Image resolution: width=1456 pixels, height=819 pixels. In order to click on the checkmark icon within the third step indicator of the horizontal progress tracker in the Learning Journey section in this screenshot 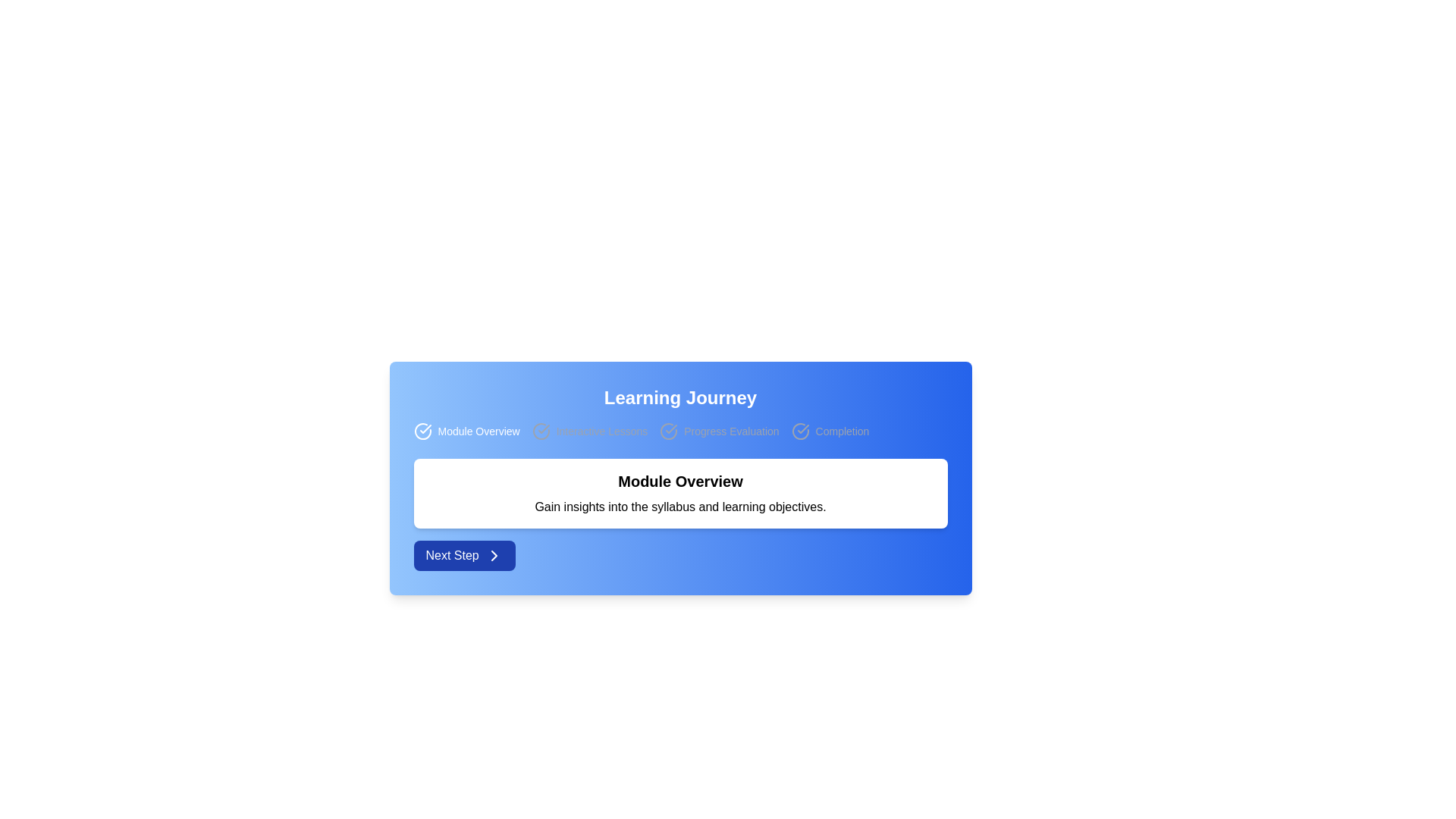, I will do `click(670, 429)`.